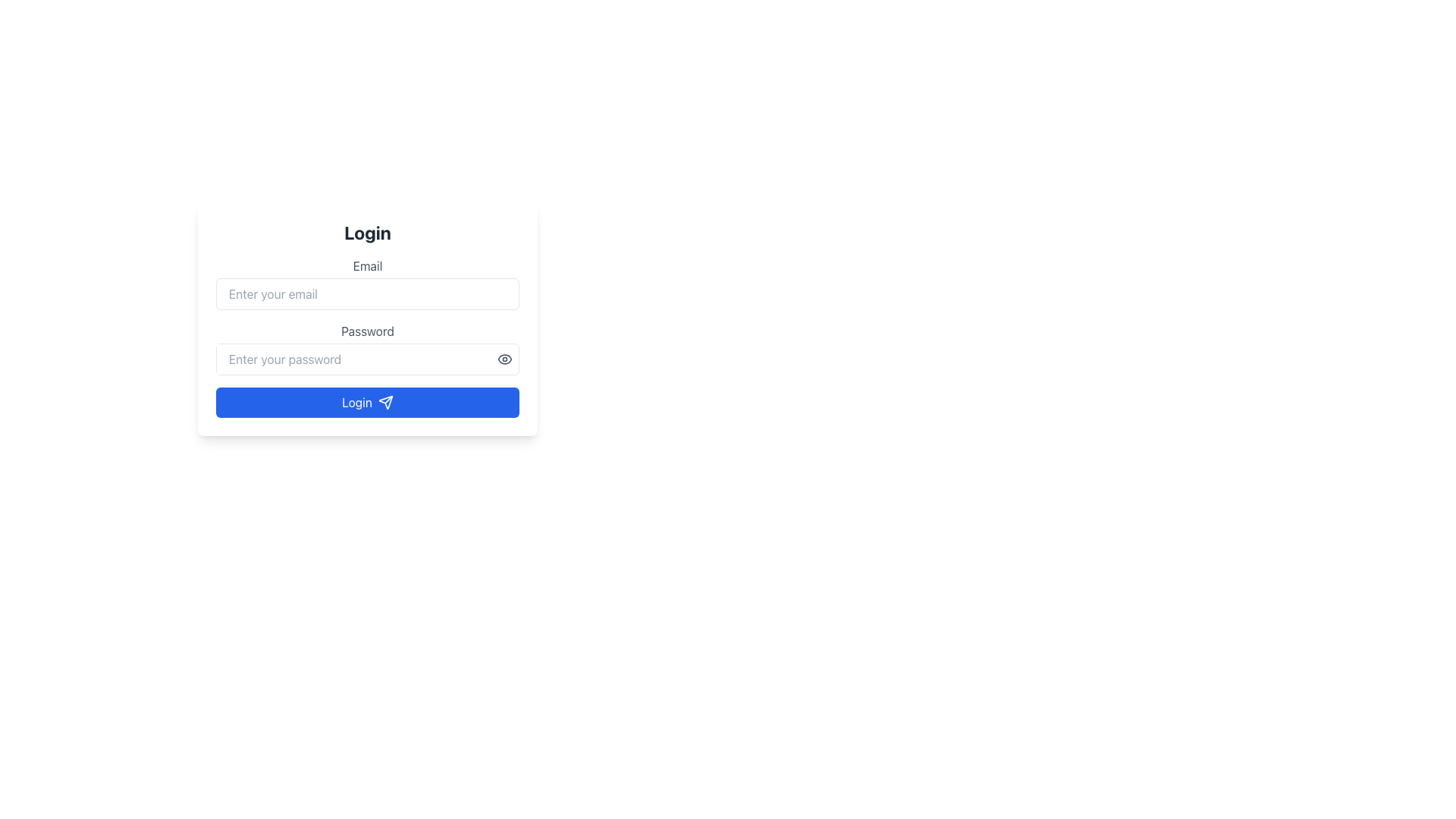 Image resolution: width=1456 pixels, height=819 pixels. I want to click on the paper airplane icon, which is white against a blue background, located to the right of the 'Login' button, so click(385, 402).